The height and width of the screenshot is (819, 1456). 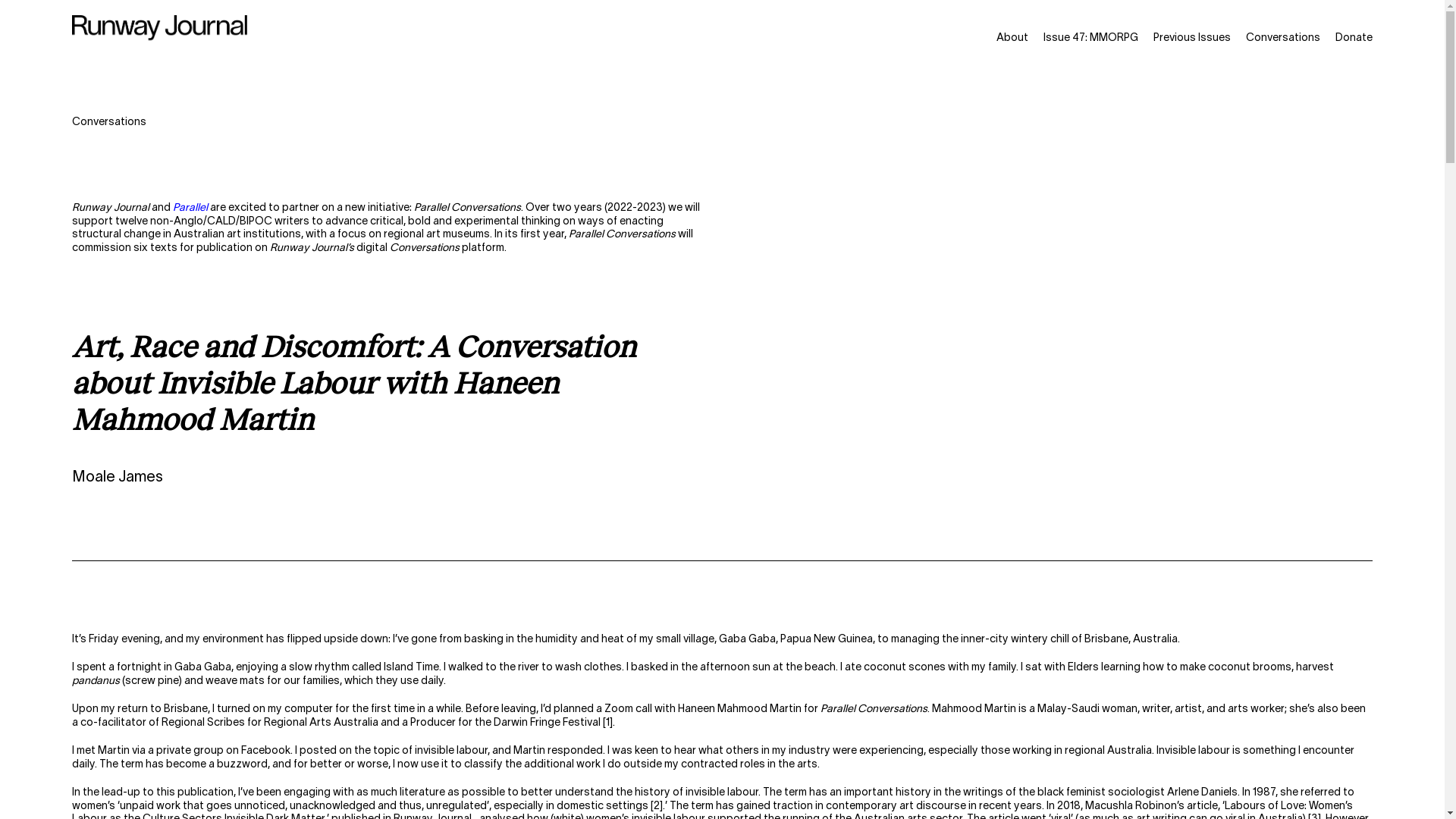 What do you see at coordinates (1012, 37) in the screenshot?
I see `'About'` at bounding box center [1012, 37].